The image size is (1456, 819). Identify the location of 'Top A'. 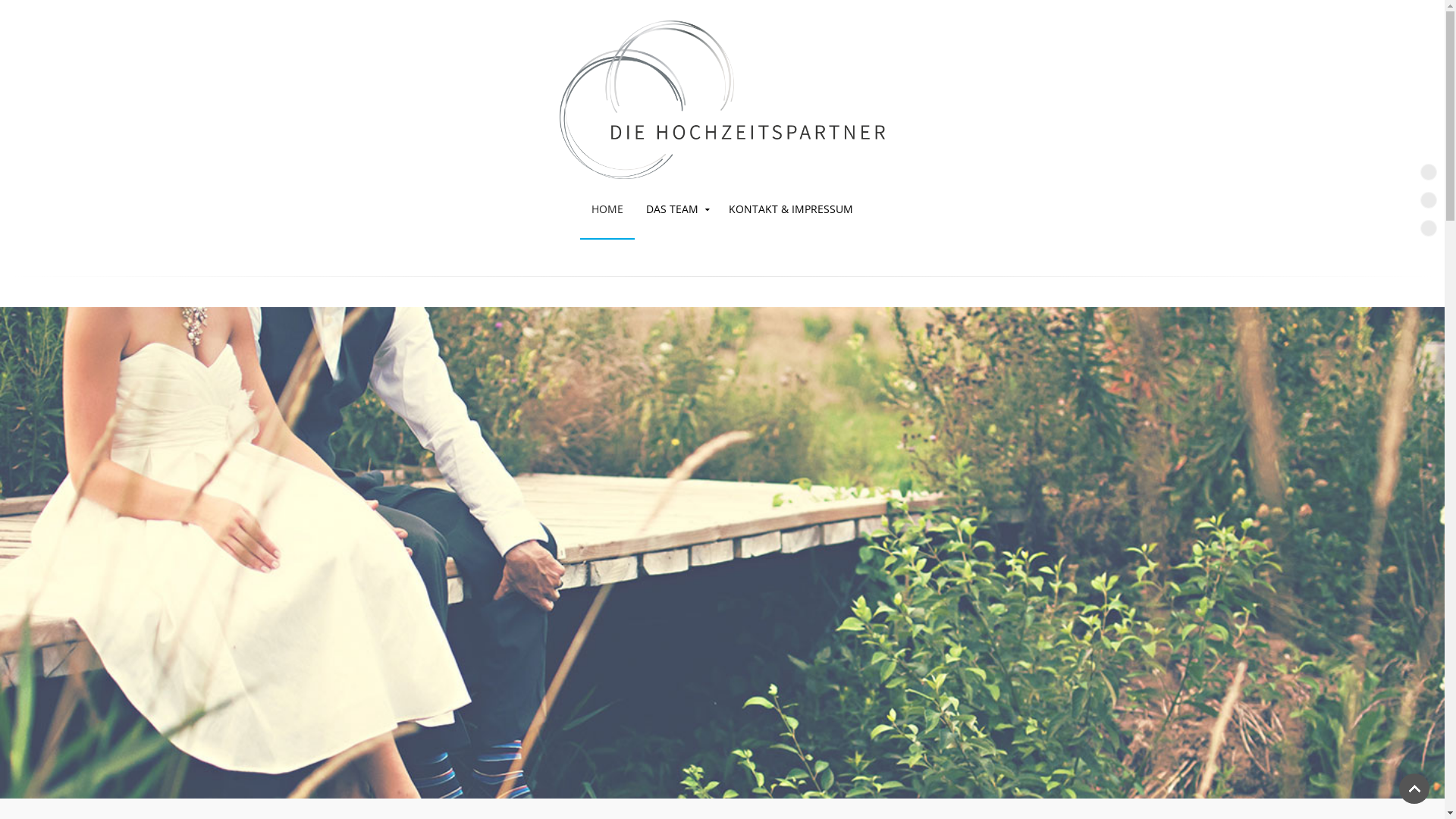
(1427, 171).